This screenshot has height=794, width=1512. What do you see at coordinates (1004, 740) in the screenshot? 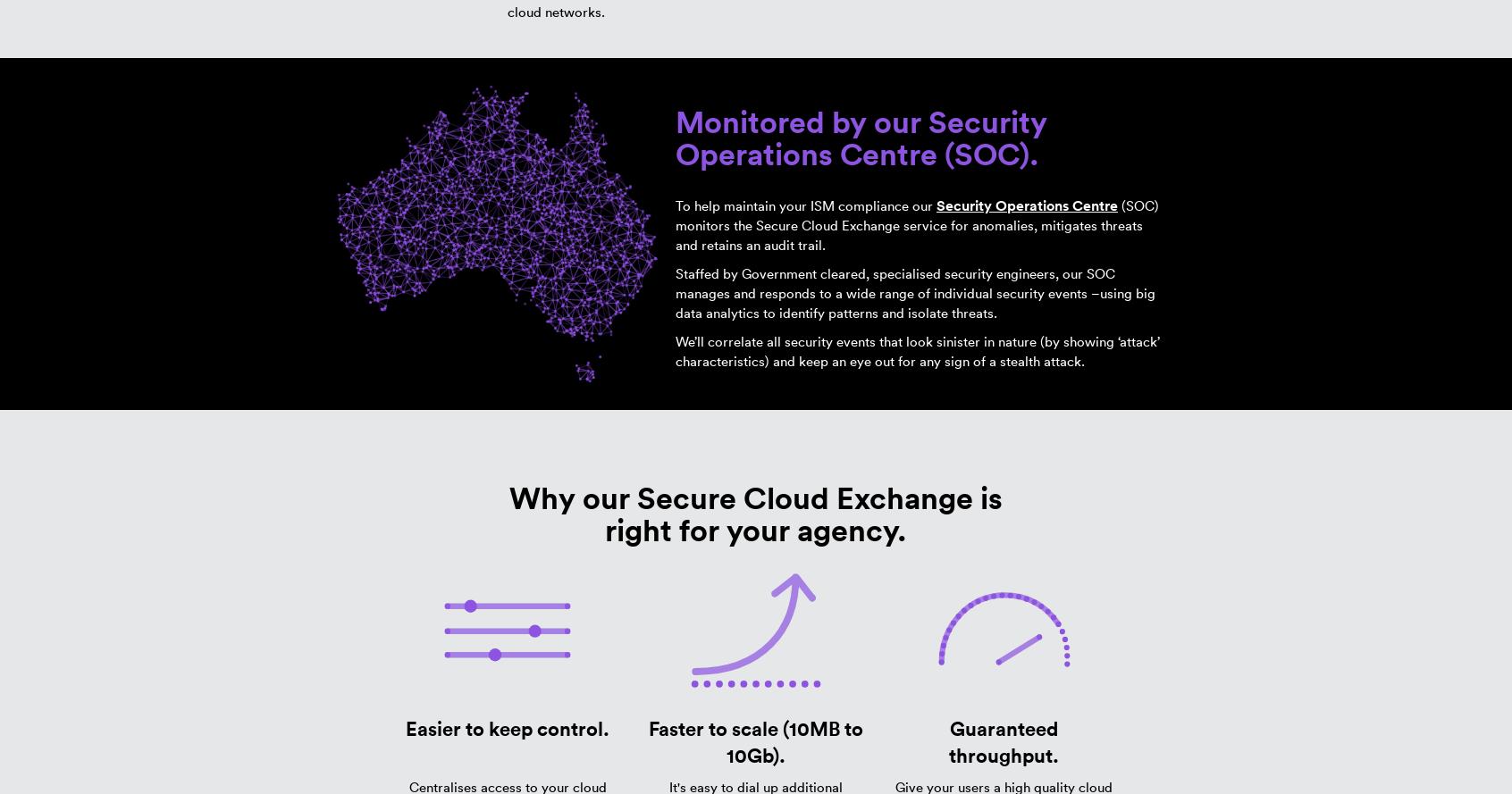
I see `'Guaranteed throughput.'` at bounding box center [1004, 740].